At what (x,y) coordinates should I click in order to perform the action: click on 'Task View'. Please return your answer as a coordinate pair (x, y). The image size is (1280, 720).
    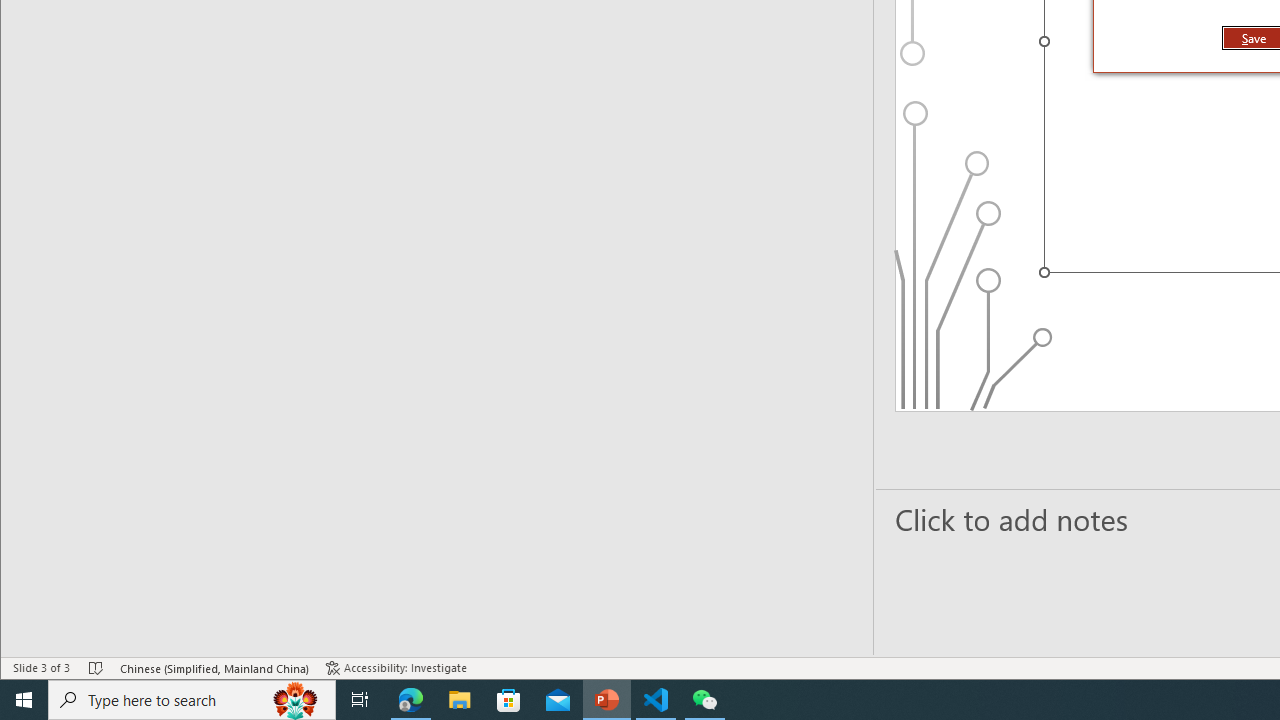
    Looking at the image, I should click on (359, 698).